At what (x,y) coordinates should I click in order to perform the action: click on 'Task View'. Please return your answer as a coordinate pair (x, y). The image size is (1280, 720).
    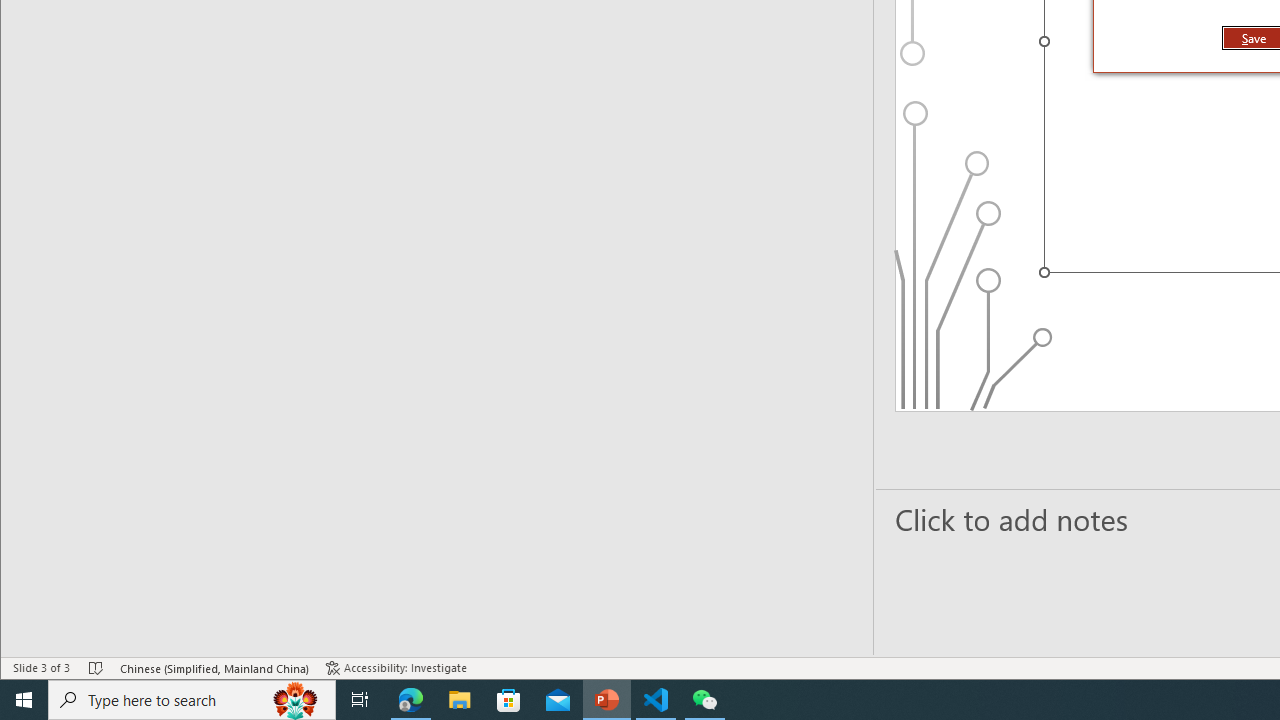
    Looking at the image, I should click on (359, 698).